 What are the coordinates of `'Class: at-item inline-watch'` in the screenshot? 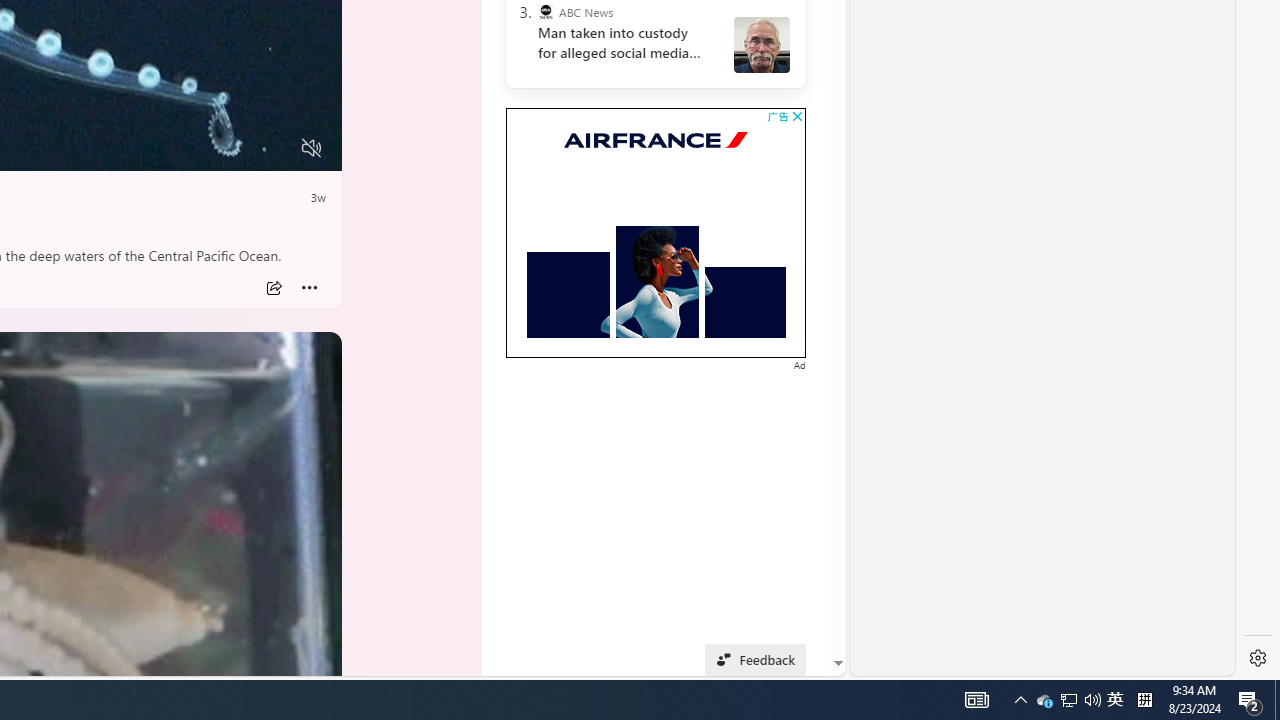 It's located at (309, 288).